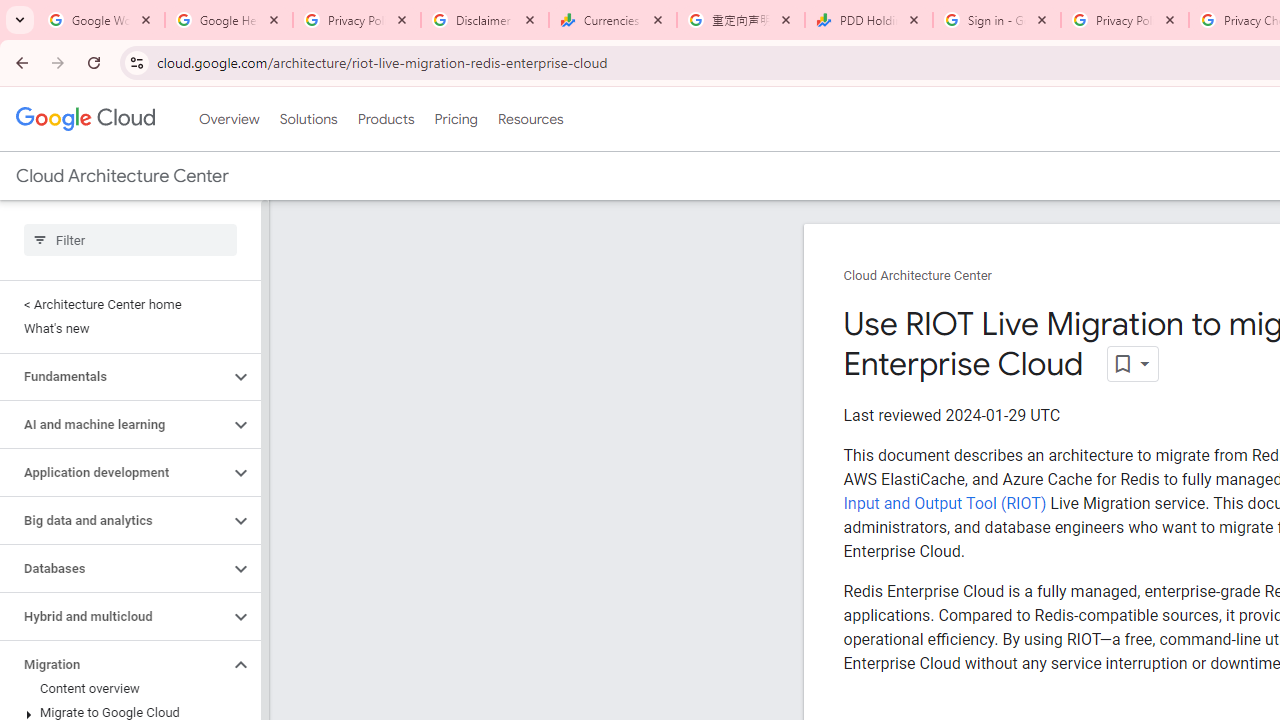 The image size is (1280, 720). Describe the element at coordinates (113, 569) in the screenshot. I see `'Databases'` at that location.